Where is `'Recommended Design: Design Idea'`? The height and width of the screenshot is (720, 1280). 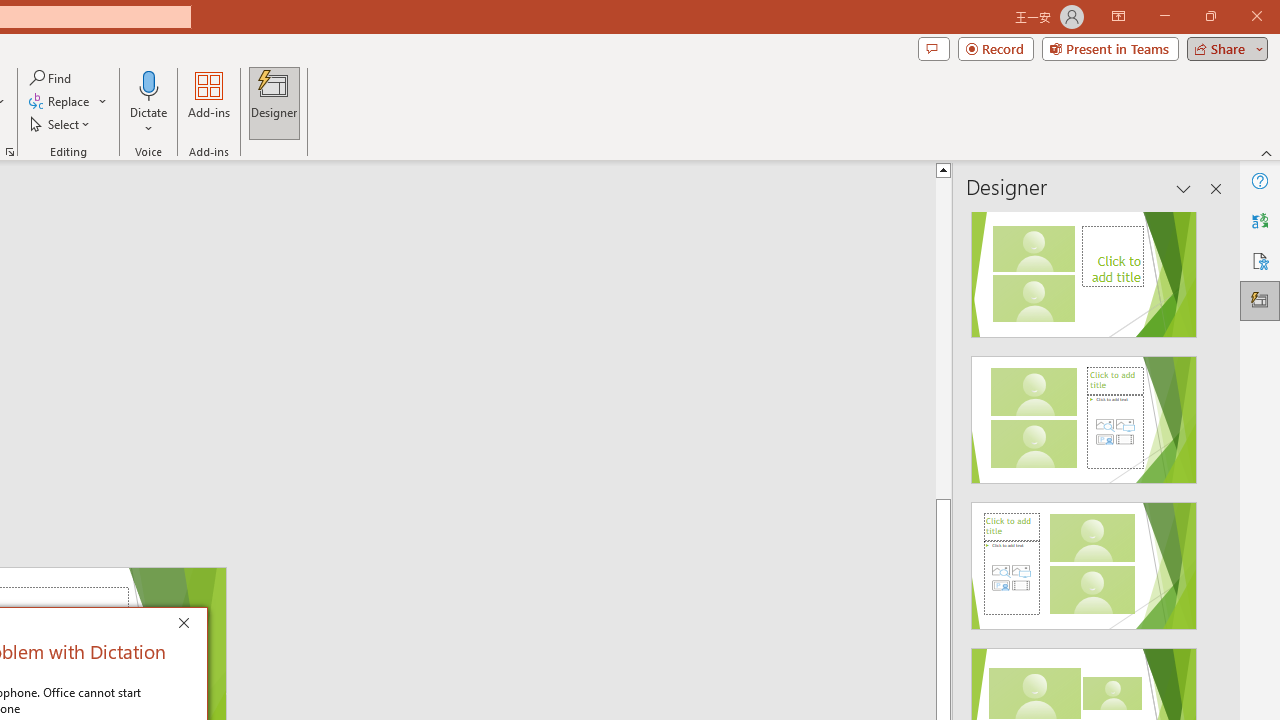
'Recommended Design: Design Idea' is located at coordinates (1083, 267).